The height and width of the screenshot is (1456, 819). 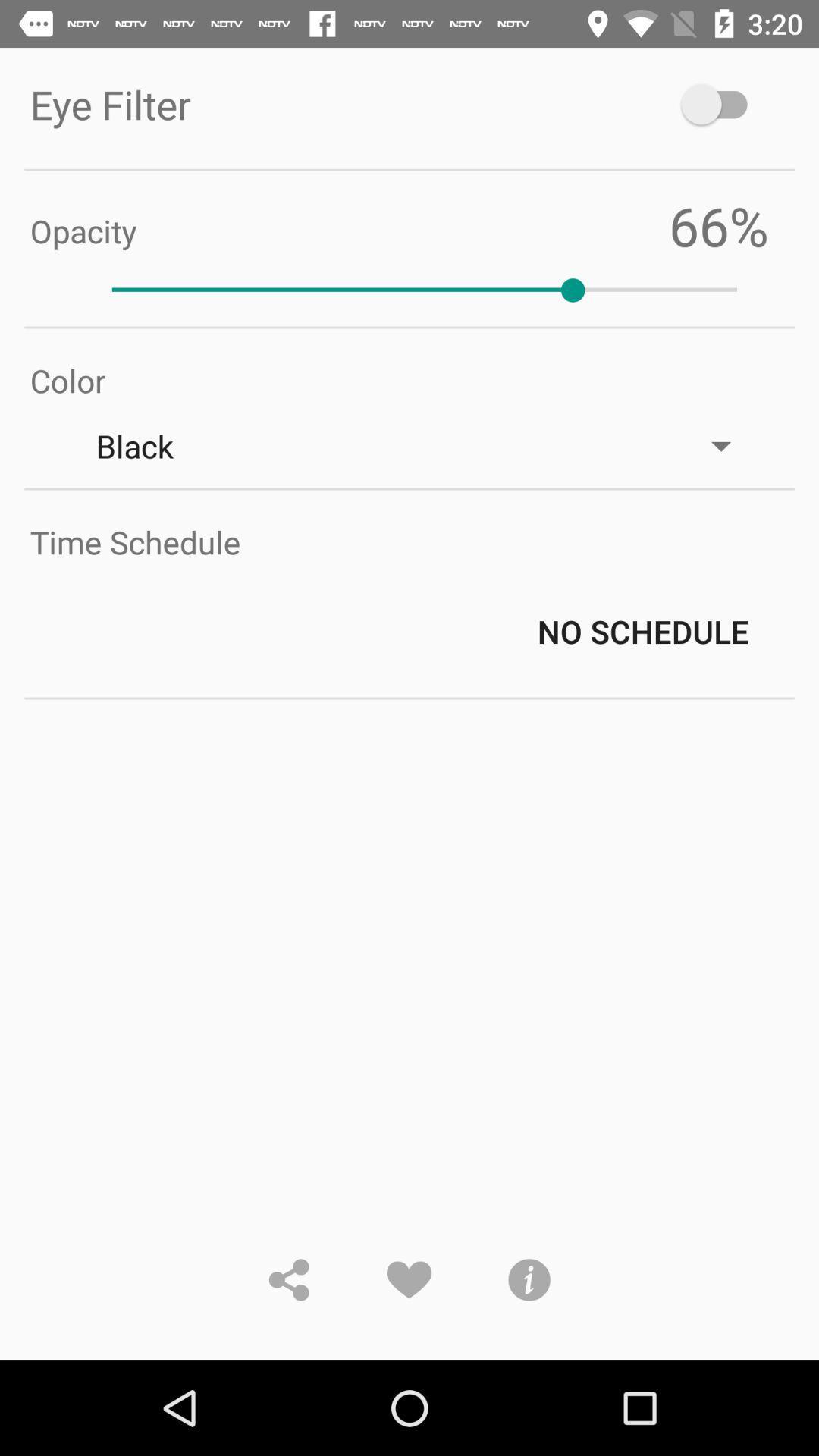 I want to click on the no schedule, so click(x=424, y=631).